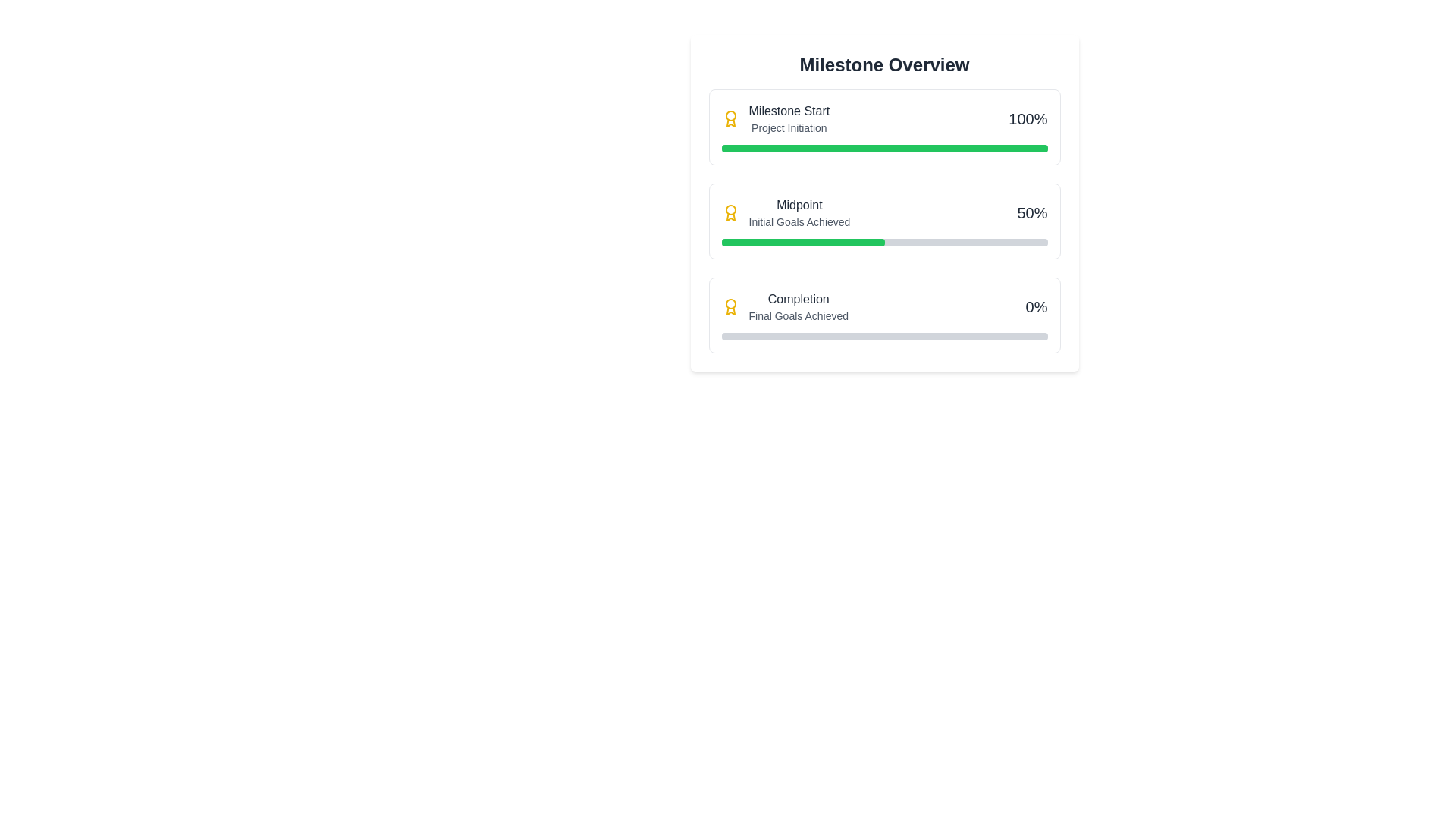 Image resolution: width=1456 pixels, height=819 pixels. Describe the element at coordinates (730, 118) in the screenshot. I see `the milestone achievement status icon located in the first row of the milestone list, positioned to the left of the 'Milestone Start' text and above the 'Project Initiation' text` at that location.